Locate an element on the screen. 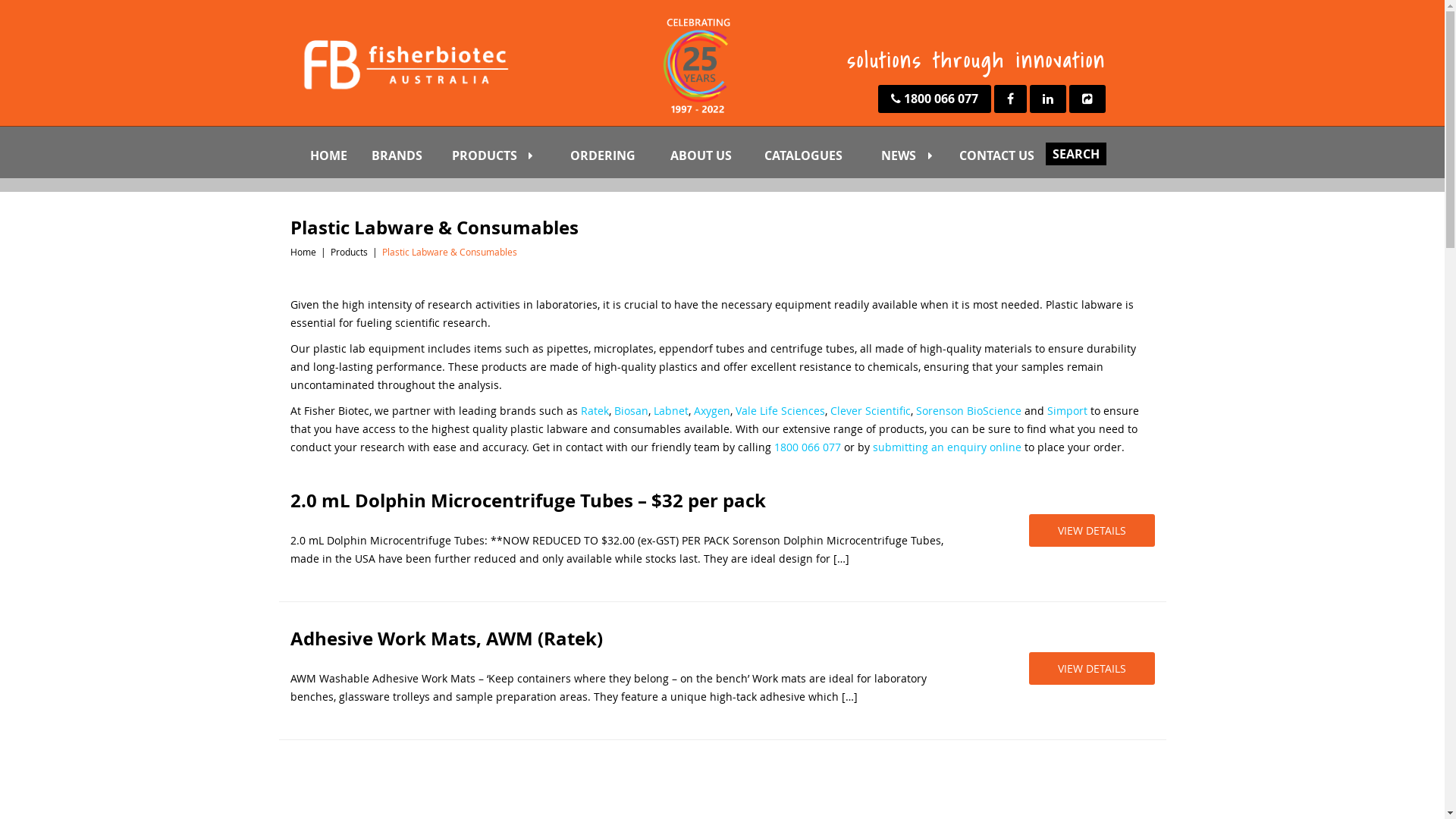  'CATALOGUES' is located at coordinates (817, 155).